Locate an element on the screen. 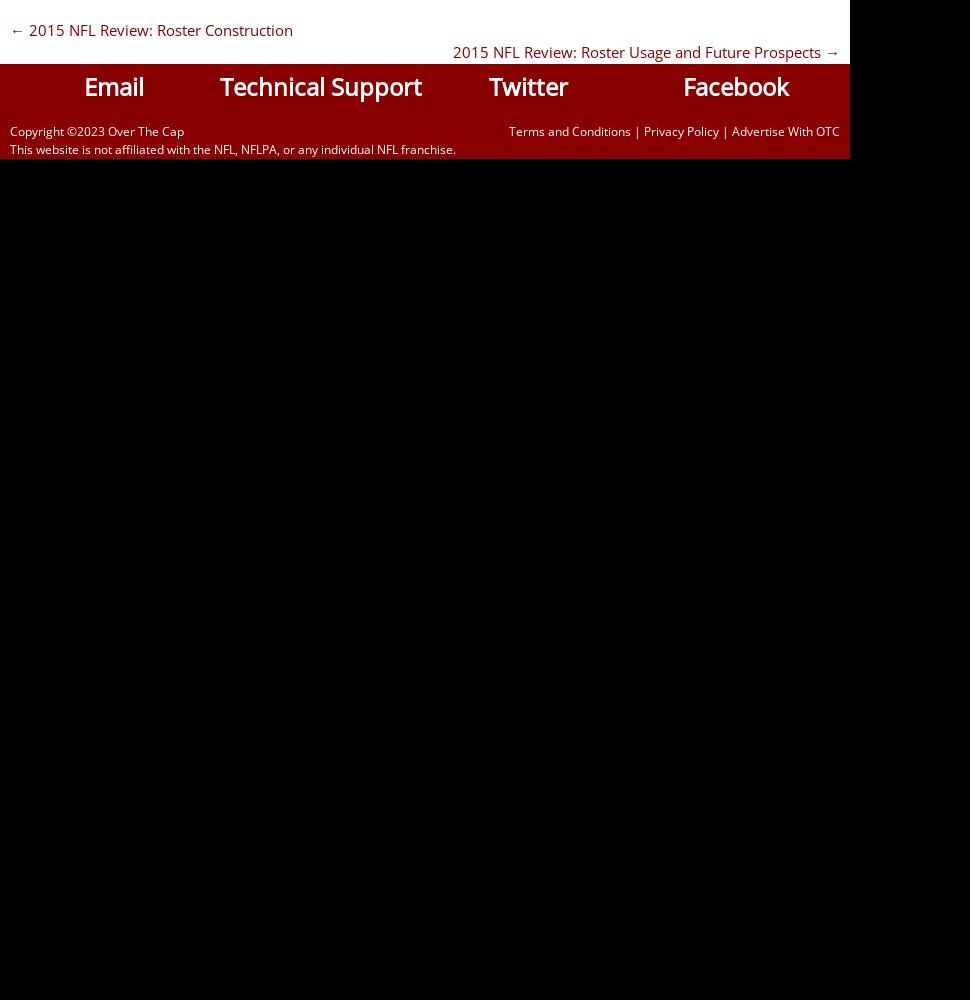  'Privacy Policy' is located at coordinates (642, 130).